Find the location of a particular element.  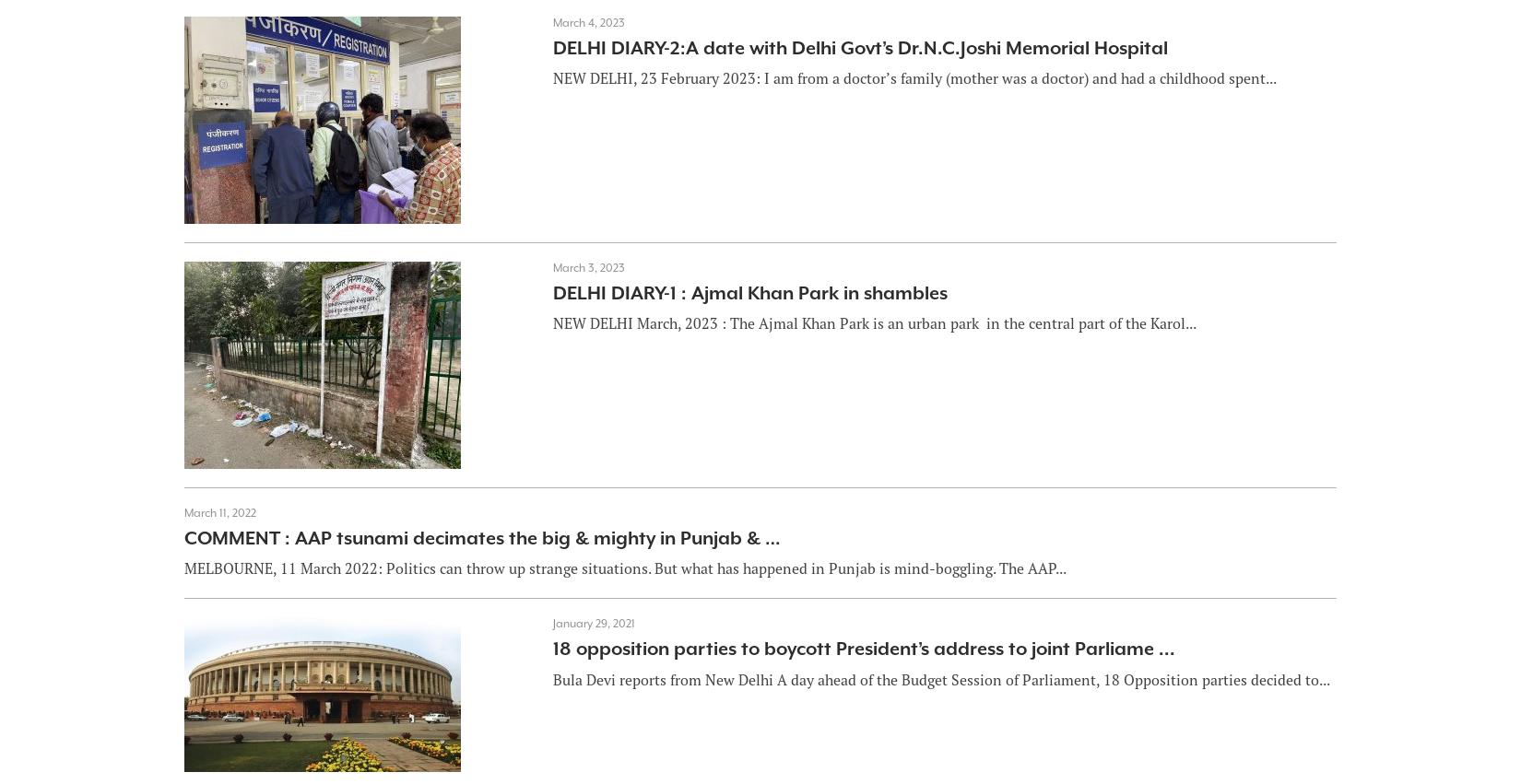

'Bula Devi reports from New Delhi A day ahead of the Budget Session of Parliament, 18 Opposition parties decided to...' is located at coordinates (940, 678).